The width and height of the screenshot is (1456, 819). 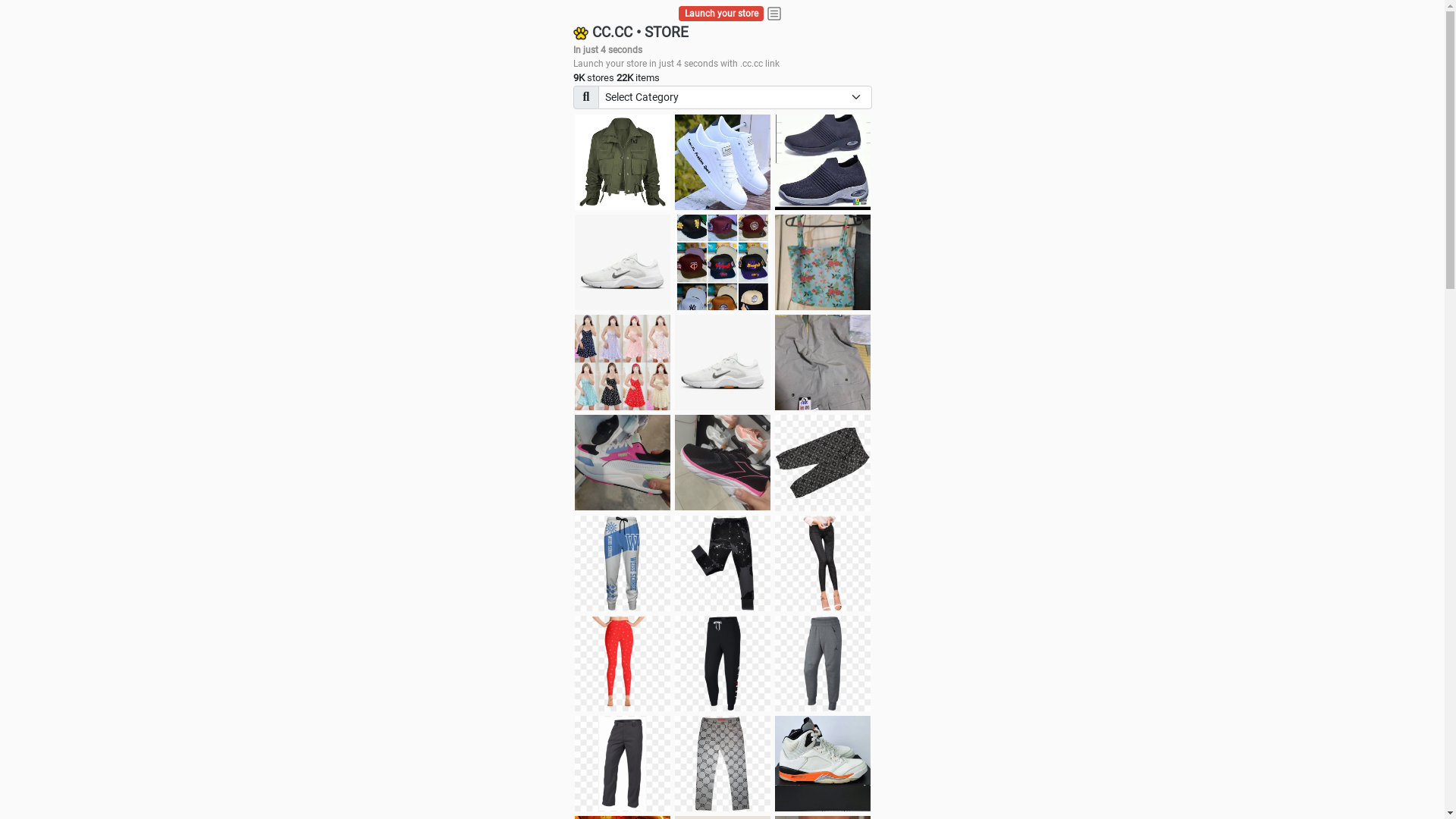 What do you see at coordinates (821, 763) in the screenshot?
I see `'Shoe'` at bounding box center [821, 763].